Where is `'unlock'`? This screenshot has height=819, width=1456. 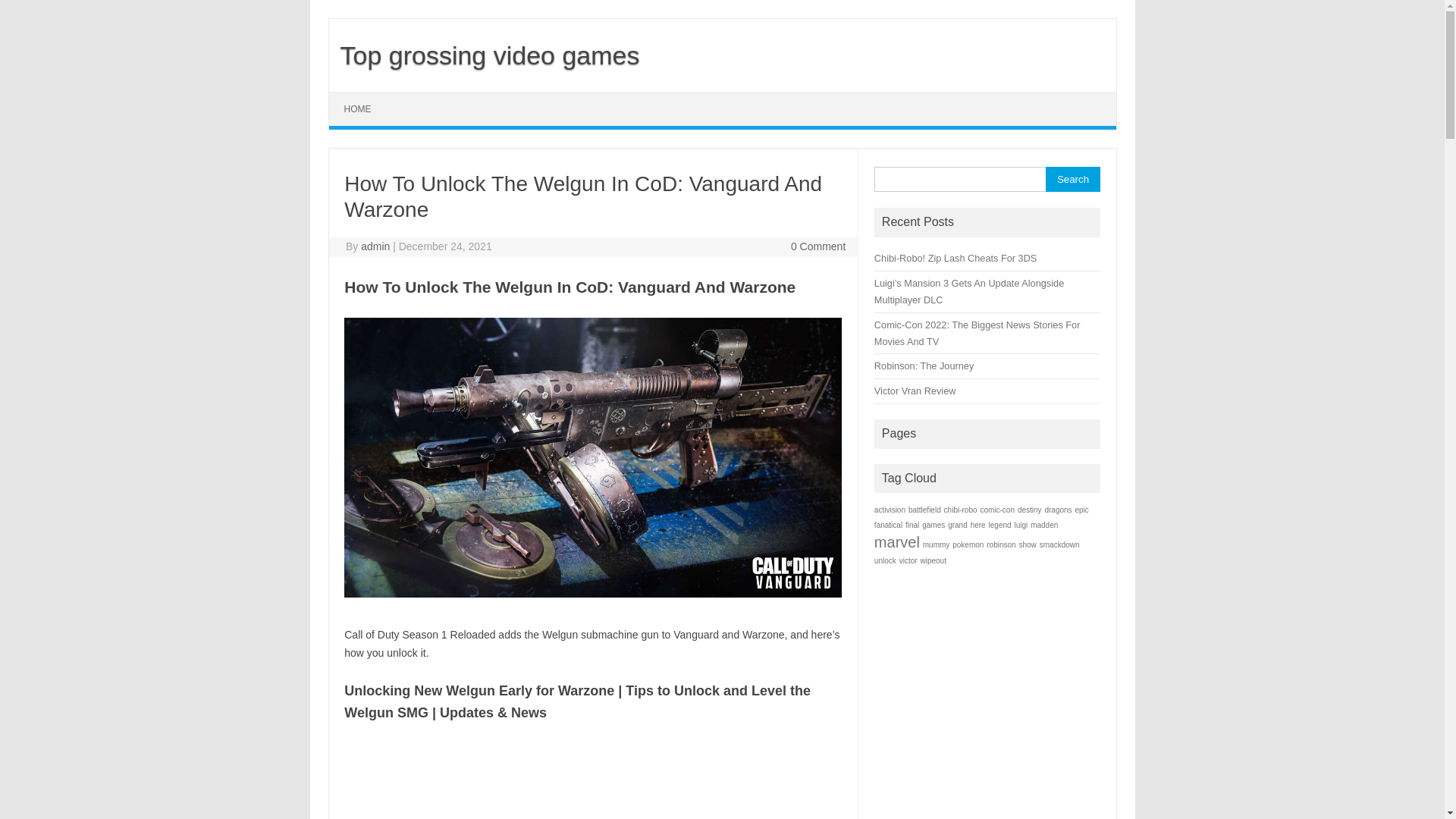 'unlock' is located at coordinates (885, 560).